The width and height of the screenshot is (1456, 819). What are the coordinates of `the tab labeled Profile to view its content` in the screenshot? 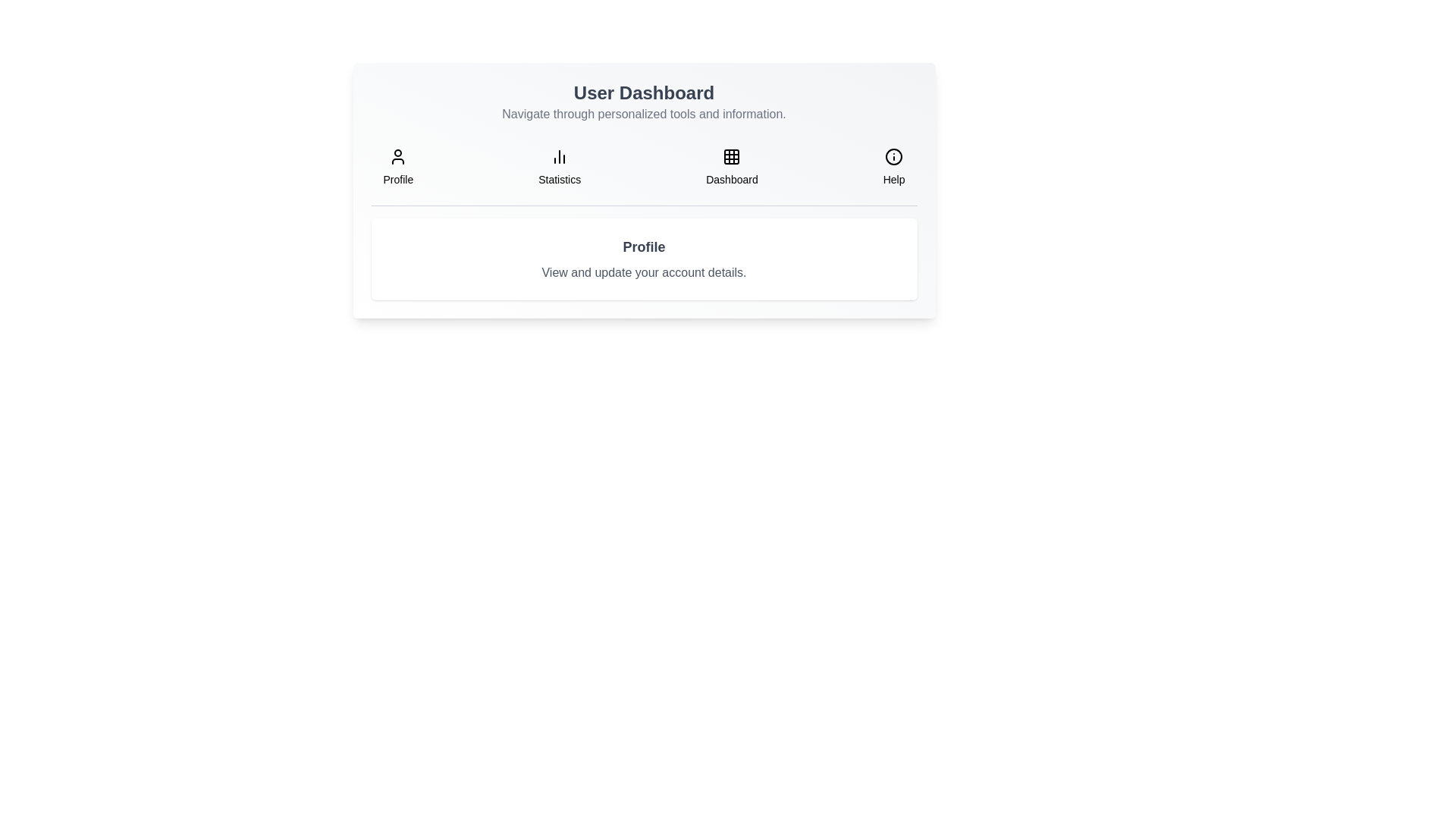 It's located at (397, 167).